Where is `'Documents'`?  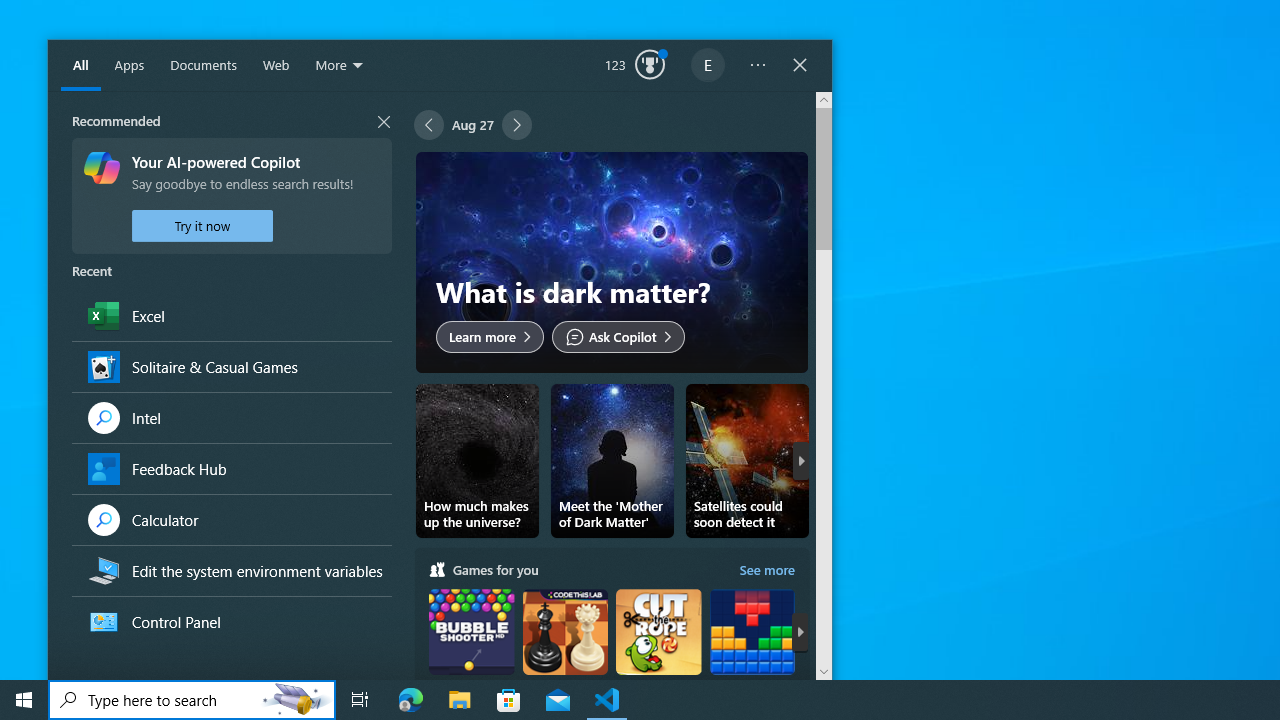 'Documents' is located at coordinates (203, 65).